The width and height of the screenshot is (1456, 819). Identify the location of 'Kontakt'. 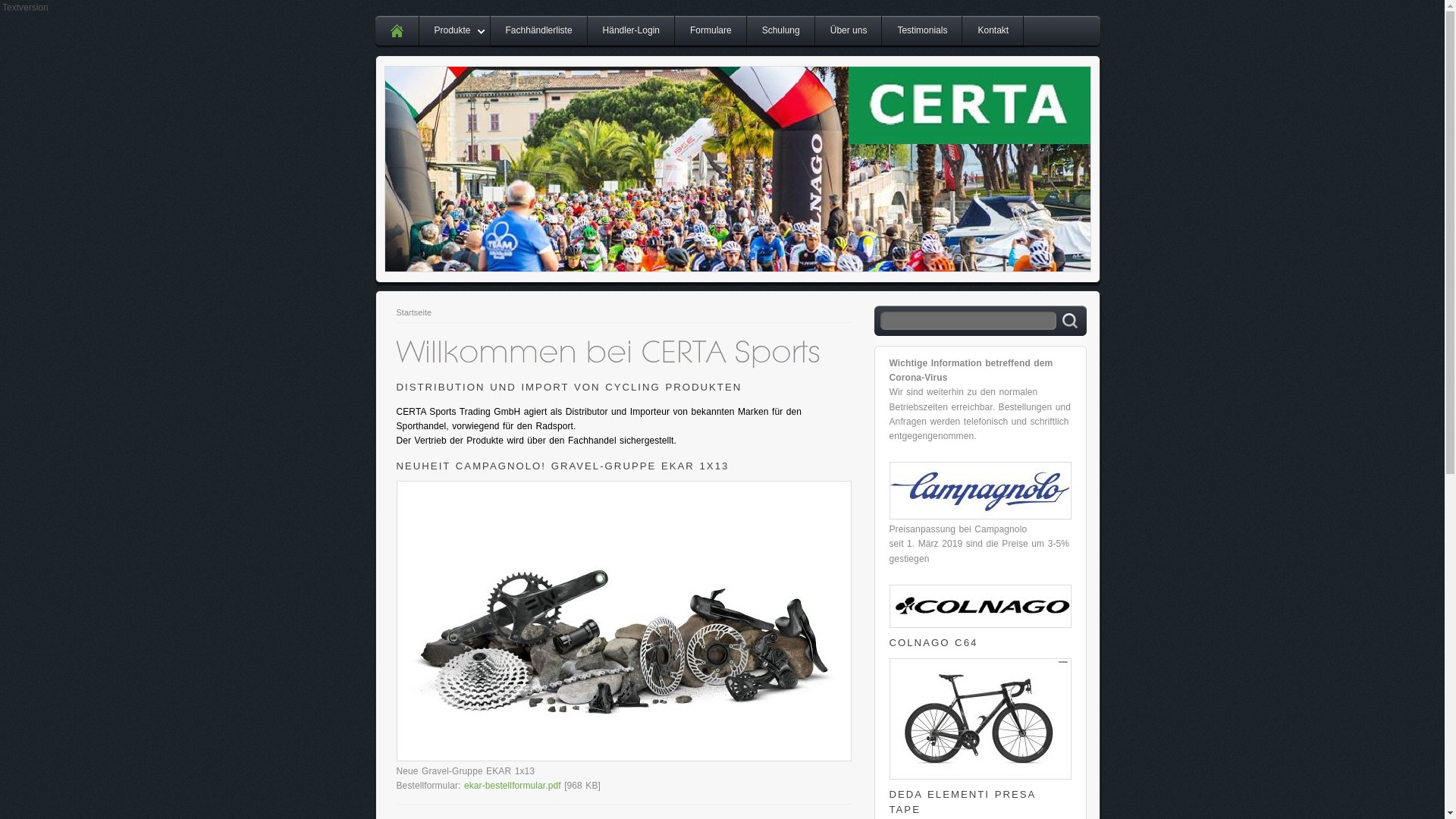
(993, 31).